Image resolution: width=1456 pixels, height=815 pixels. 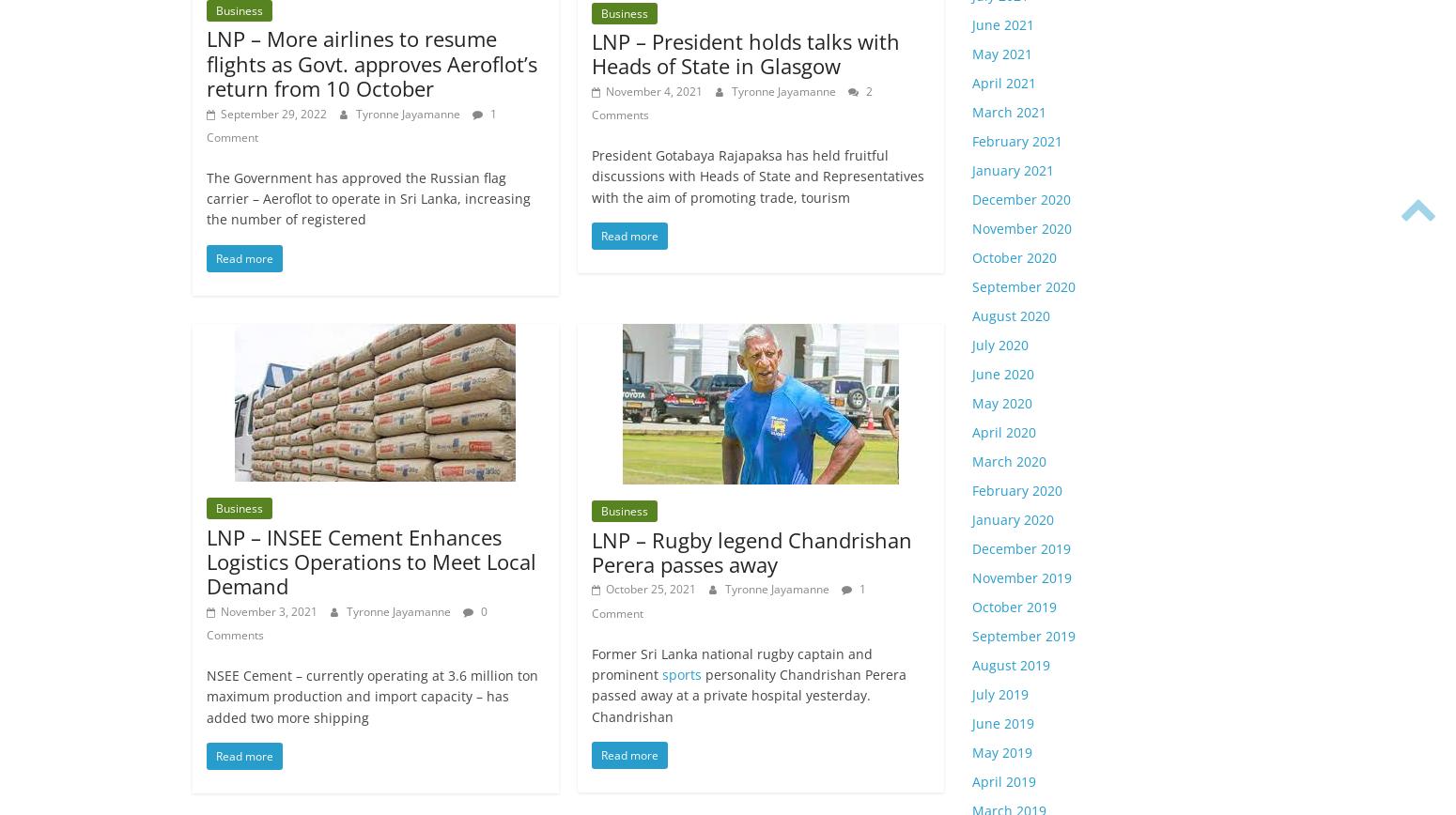 I want to click on 'October 2019', so click(x=1015, y=607).